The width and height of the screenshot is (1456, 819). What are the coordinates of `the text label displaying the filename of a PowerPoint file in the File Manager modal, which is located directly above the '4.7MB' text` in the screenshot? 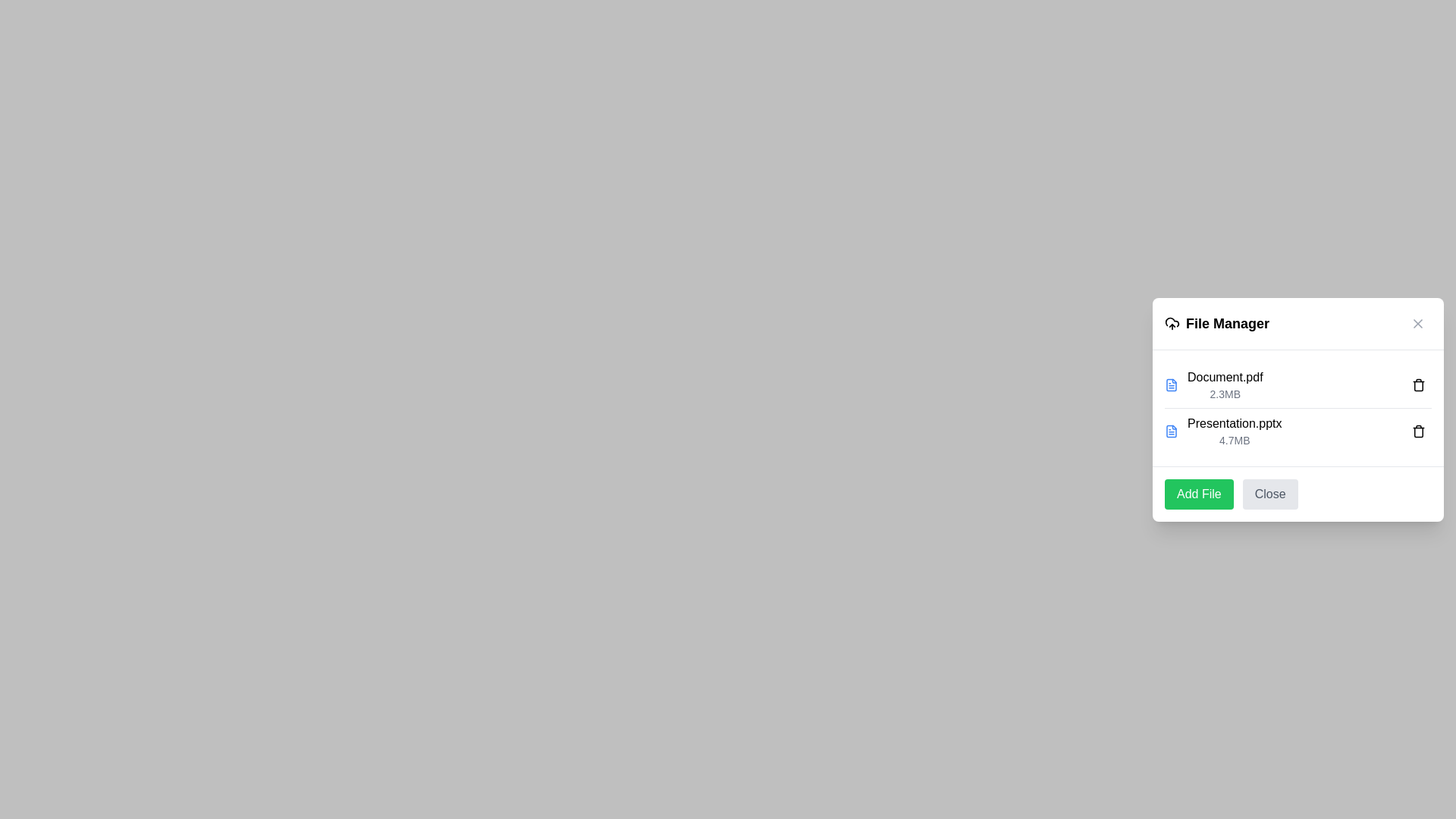 It's located at (1235, 423).